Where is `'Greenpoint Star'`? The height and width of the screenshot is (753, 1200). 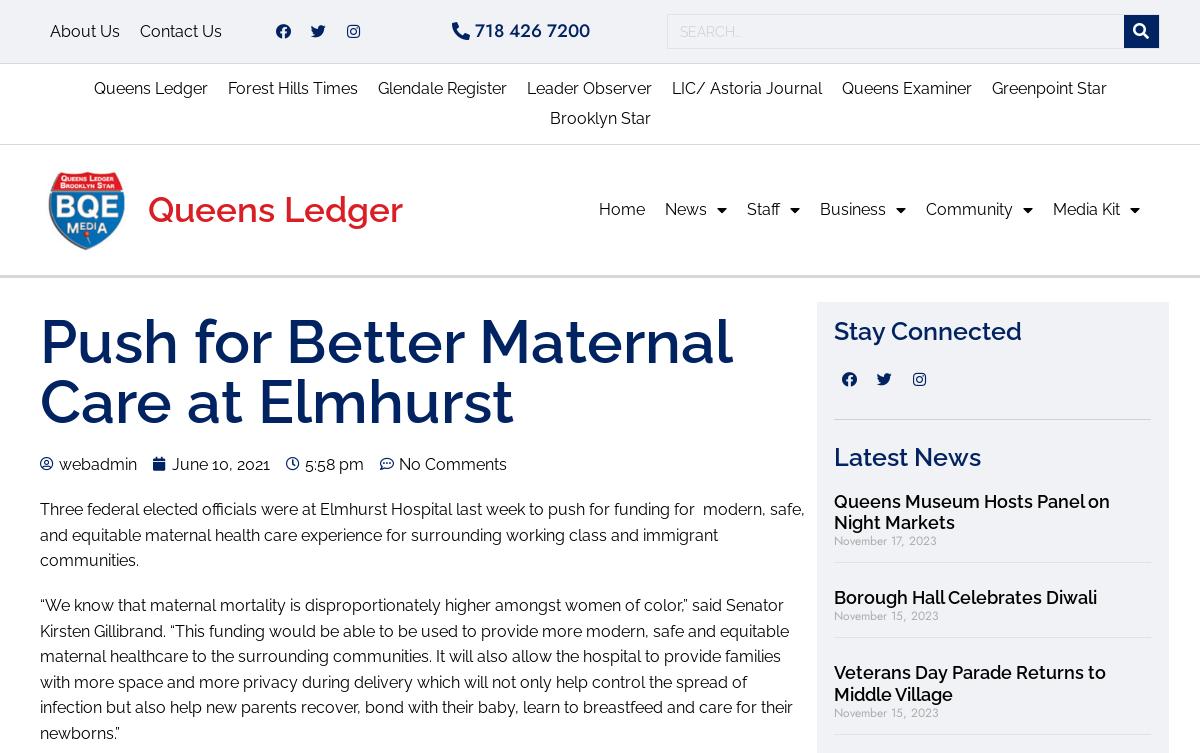 'Greenpoint Star' is located at coordinates (990, 88).